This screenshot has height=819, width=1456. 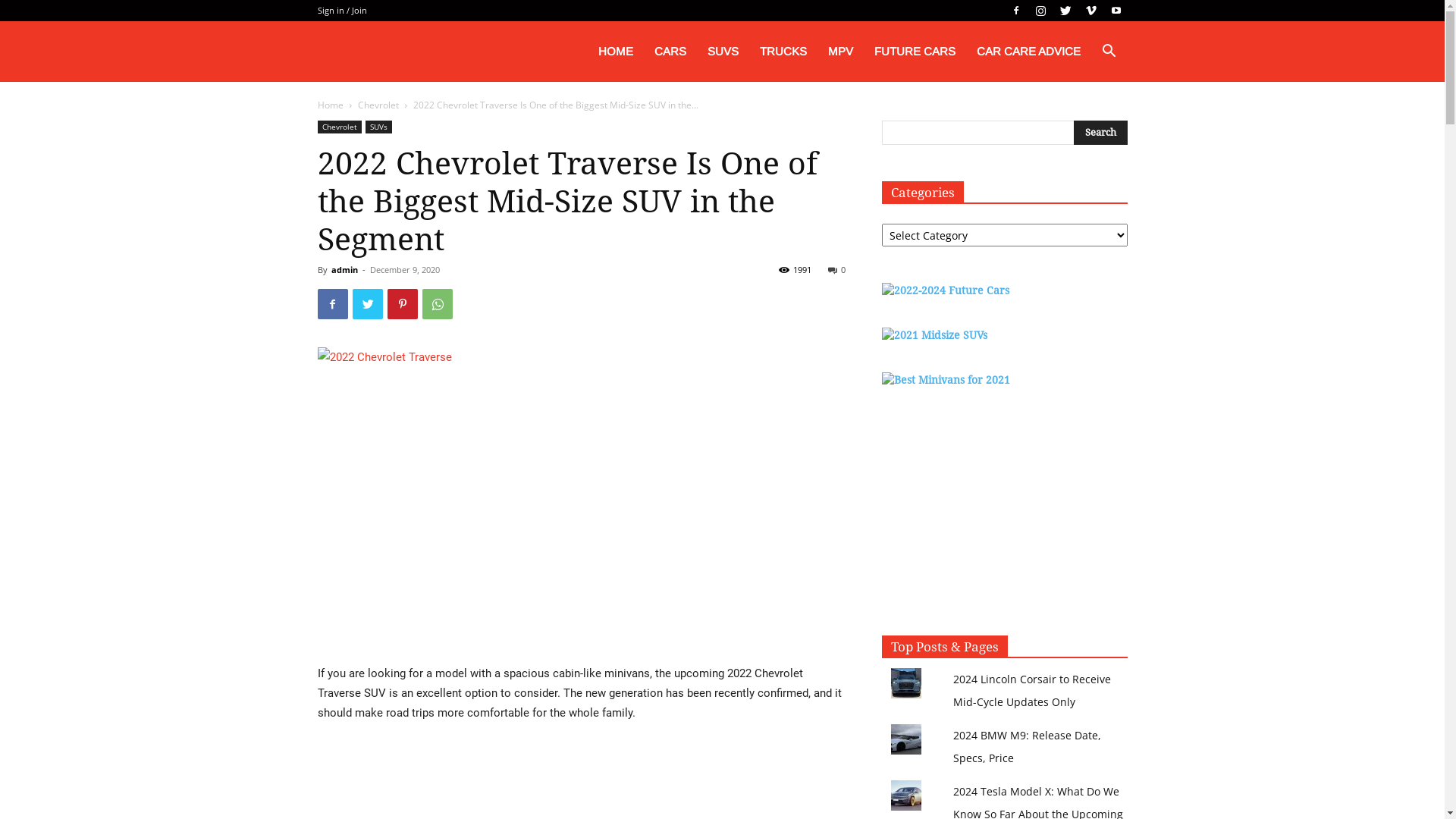 What do you see at coordinates (1090, 11) in the screenshot?
I see `'Vimeo'` at bounding box center [1090, 11].